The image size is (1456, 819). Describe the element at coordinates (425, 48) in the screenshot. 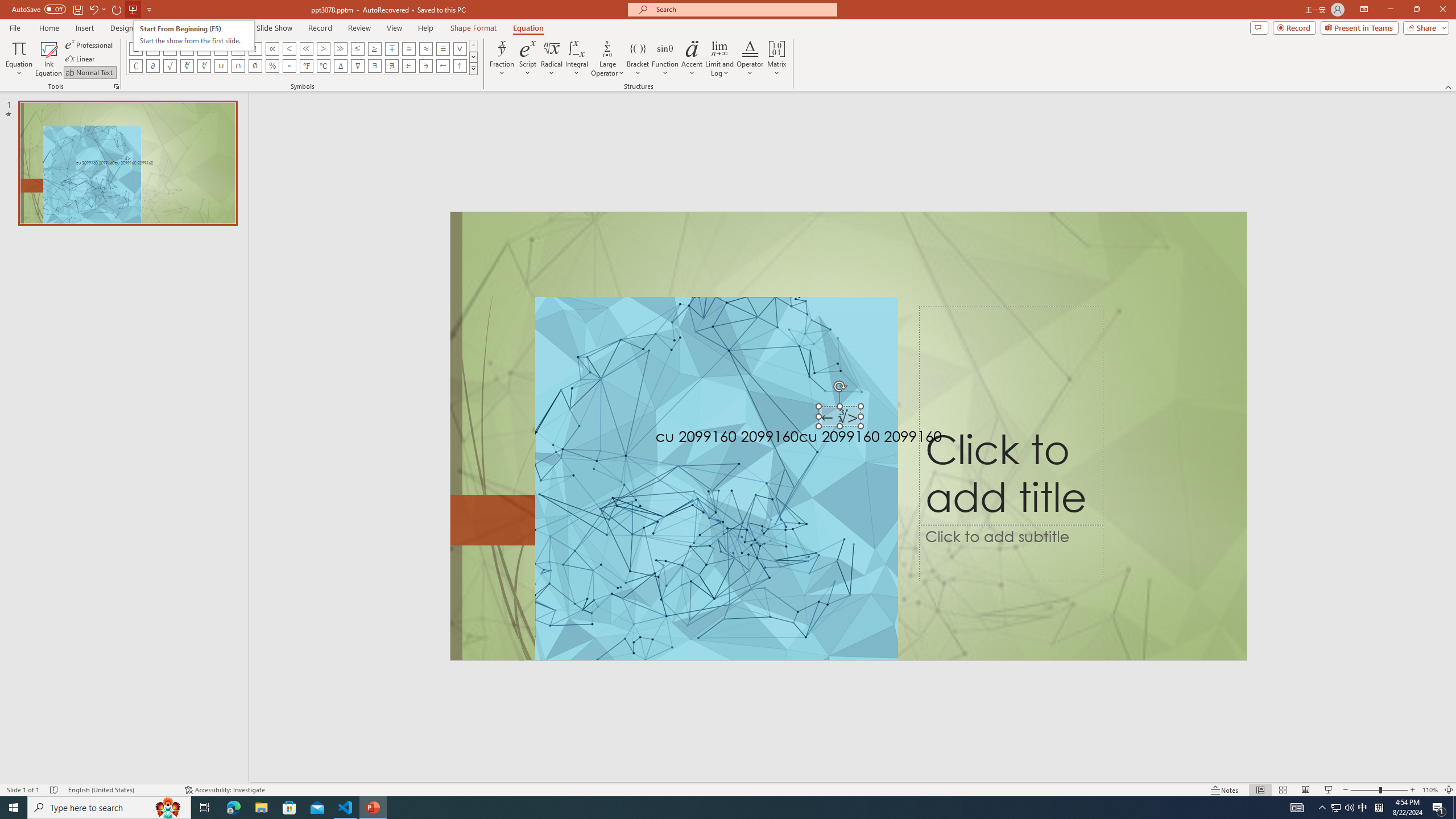

I see `'Equation Symbol Almost Equal To (Asymptotic To)'` at that location.